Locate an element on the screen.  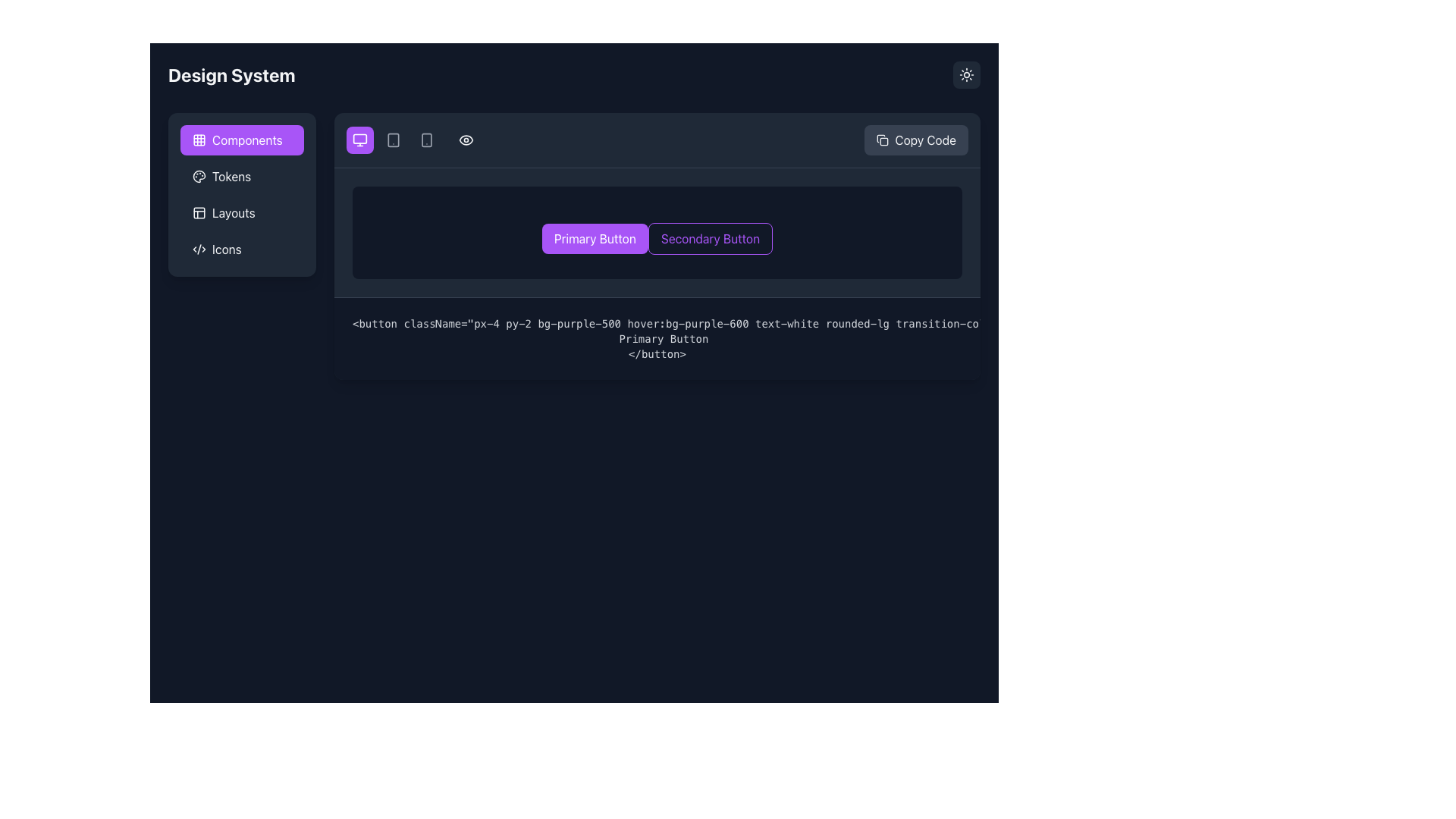
the visual marker indicator located in the center of the horizontal toolbar at the top of the panel, which represents a specific state or selection among other graphical elements is located at coordinates (413, 140).